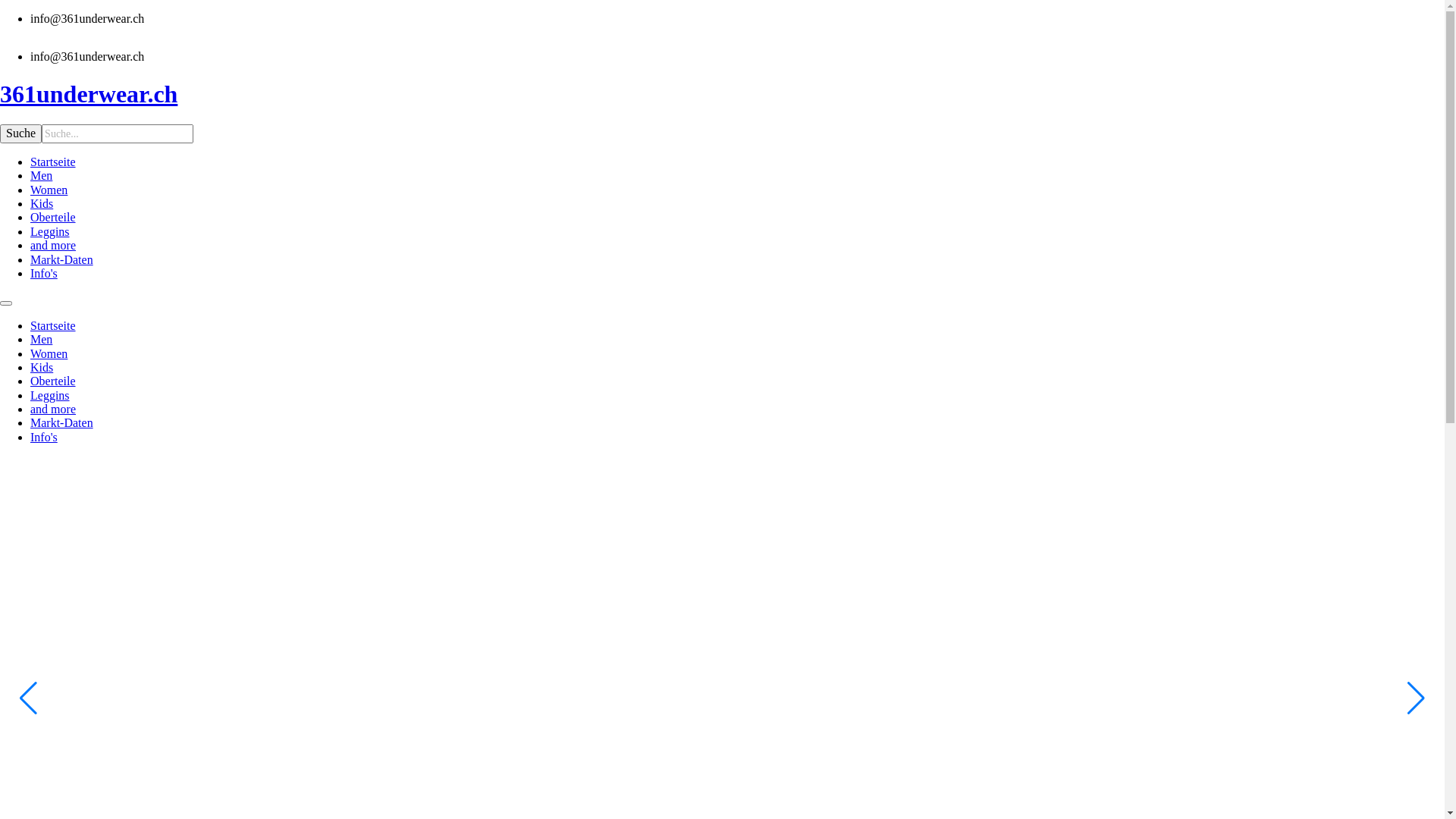 This screenshot has width=1456, height=819. What do you see at coordinates (61, 422) in the screenshot?
I see `'Markt-Daten'` at bounding box center [61, 422].